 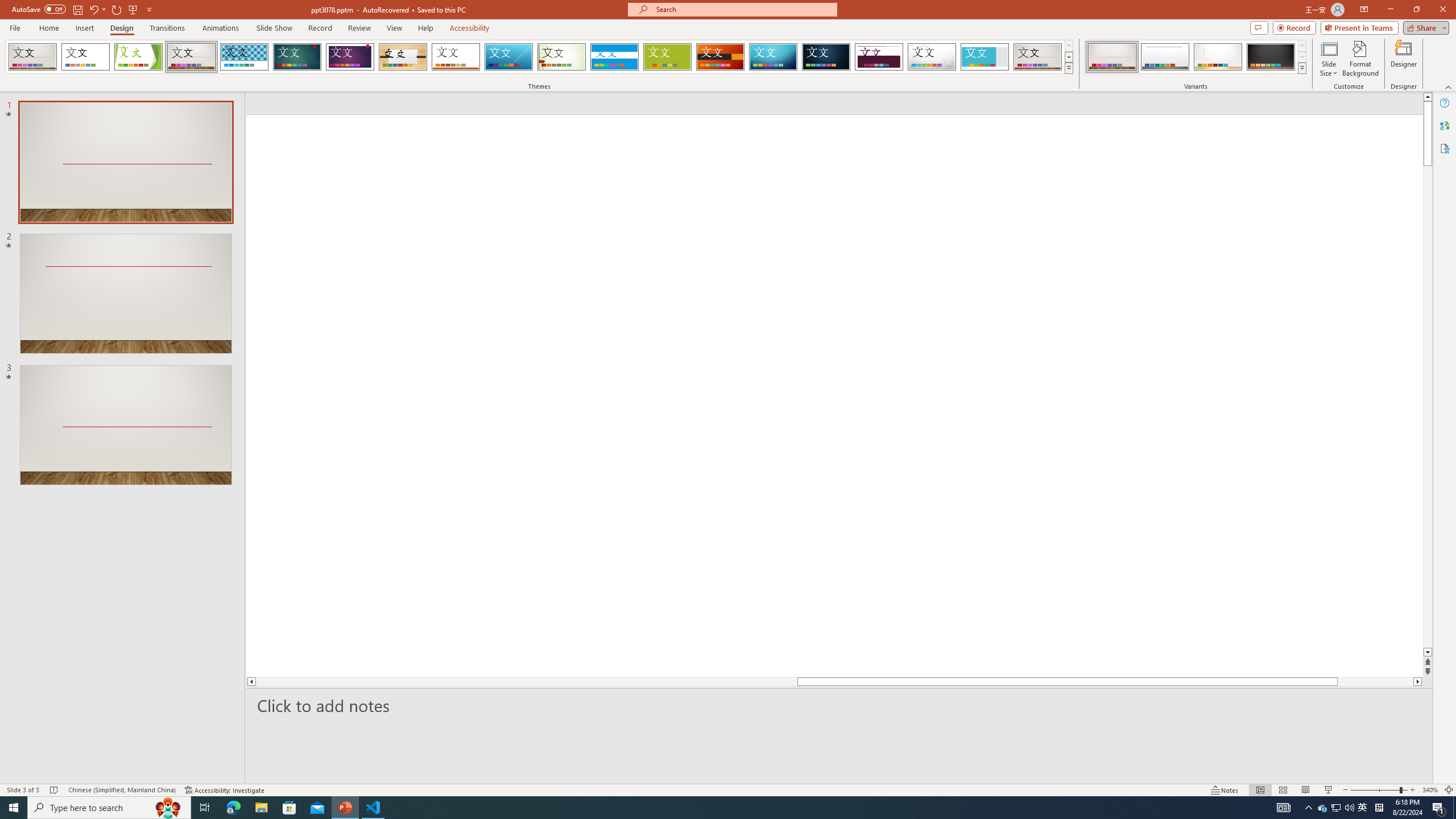 I want to click on 'Gallery Variant 4', so click(x=1270, y=56).